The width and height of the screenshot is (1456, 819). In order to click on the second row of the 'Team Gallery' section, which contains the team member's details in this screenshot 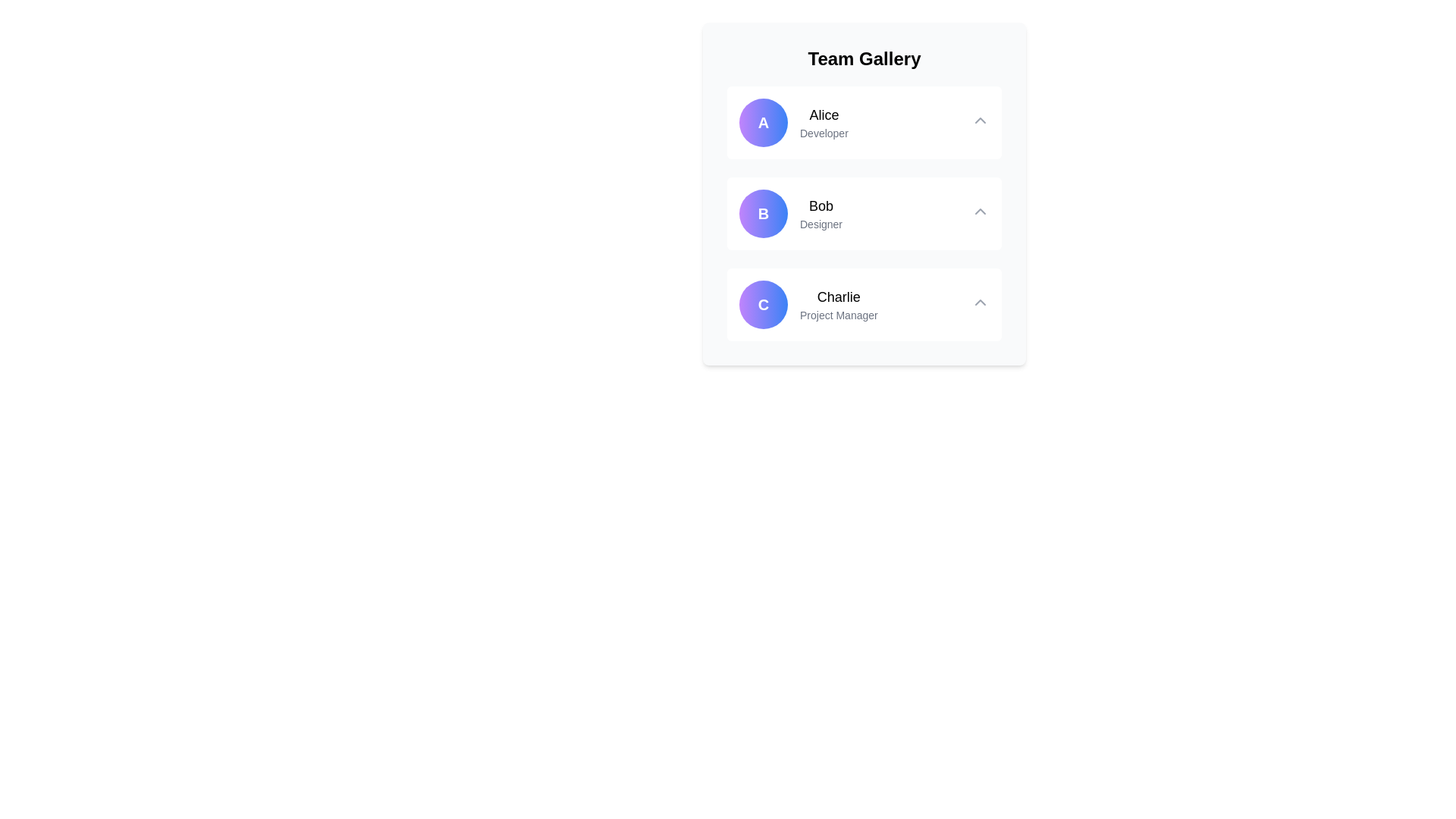, I will do `click(864, 213)`.